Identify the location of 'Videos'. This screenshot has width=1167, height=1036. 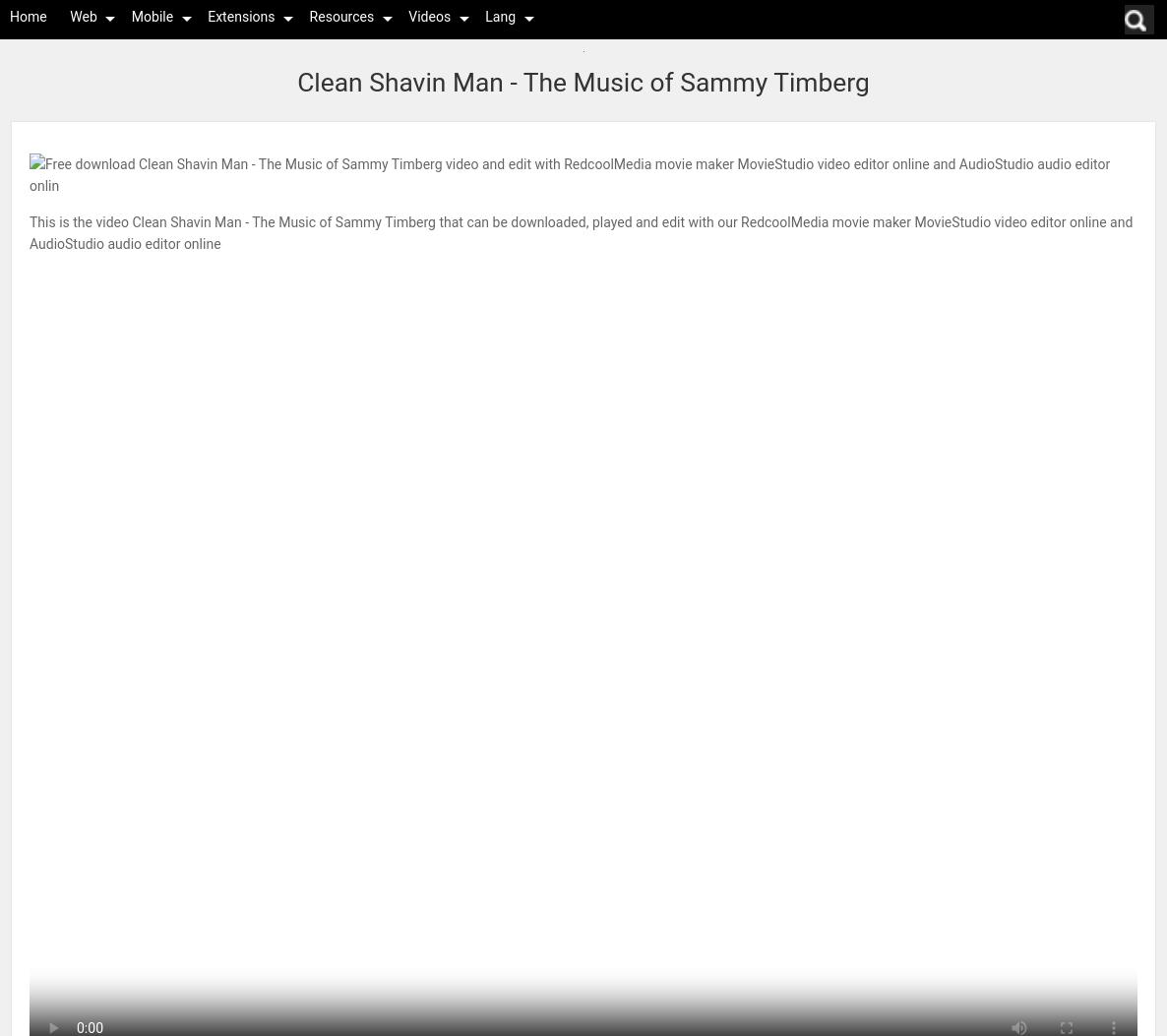
(429, 16).